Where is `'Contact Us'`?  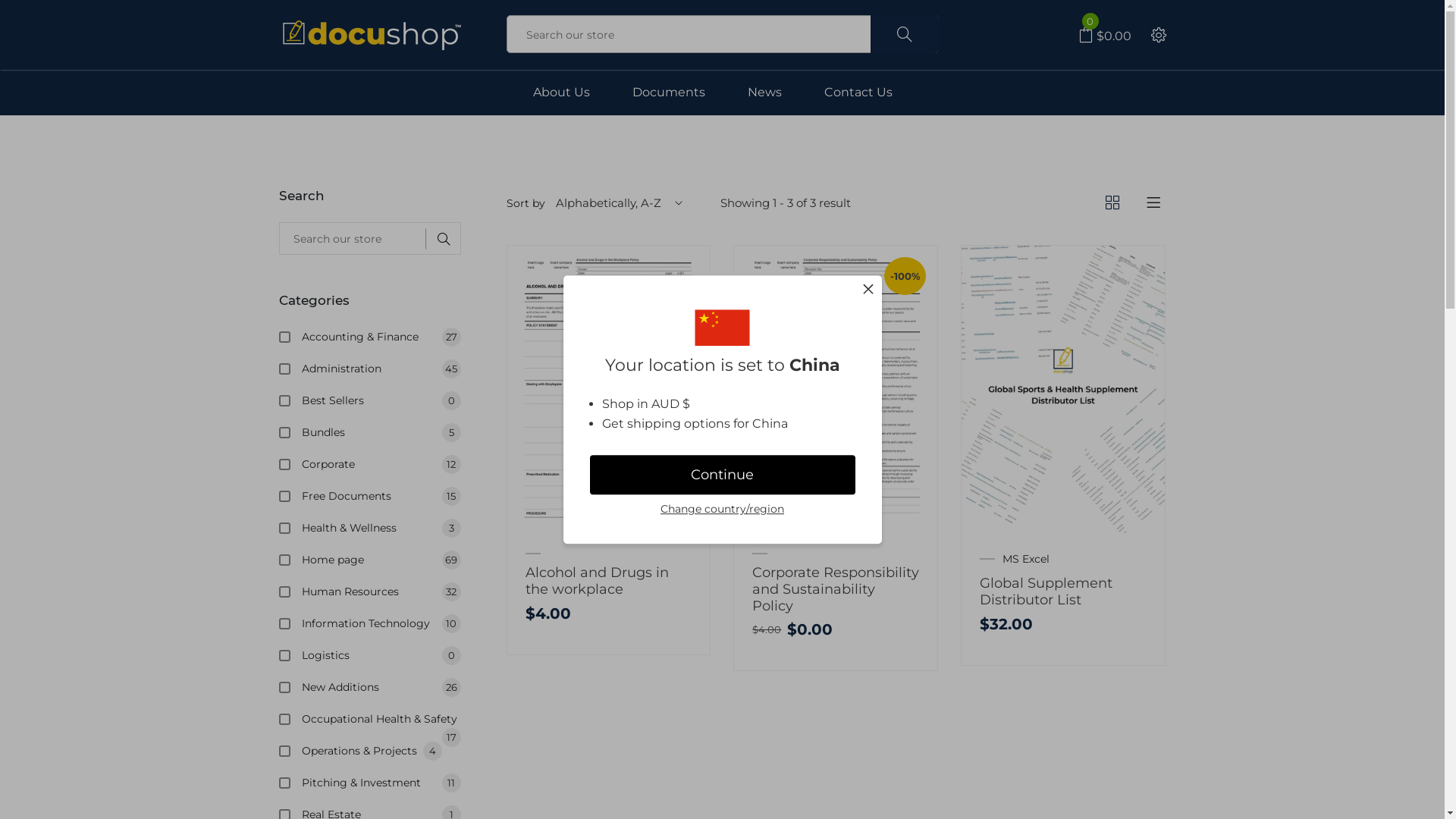
'Contact Us' is located at coordinates (822, 93).